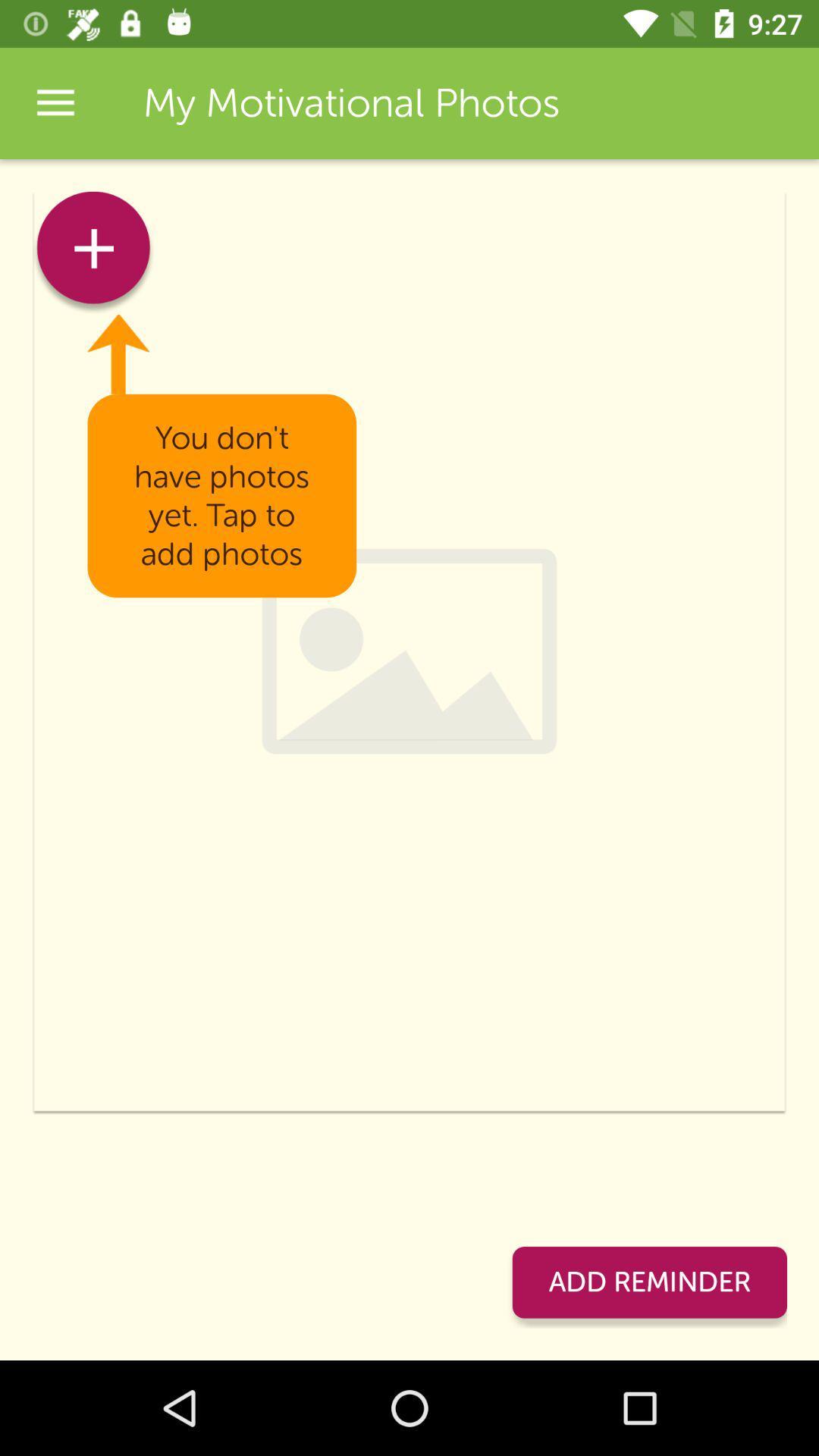 The width and height of the screenshot is (819, 1456). Describe the element at coordinates (648, 1282) in the screenshot. I see `the add reminder icon` at that location.